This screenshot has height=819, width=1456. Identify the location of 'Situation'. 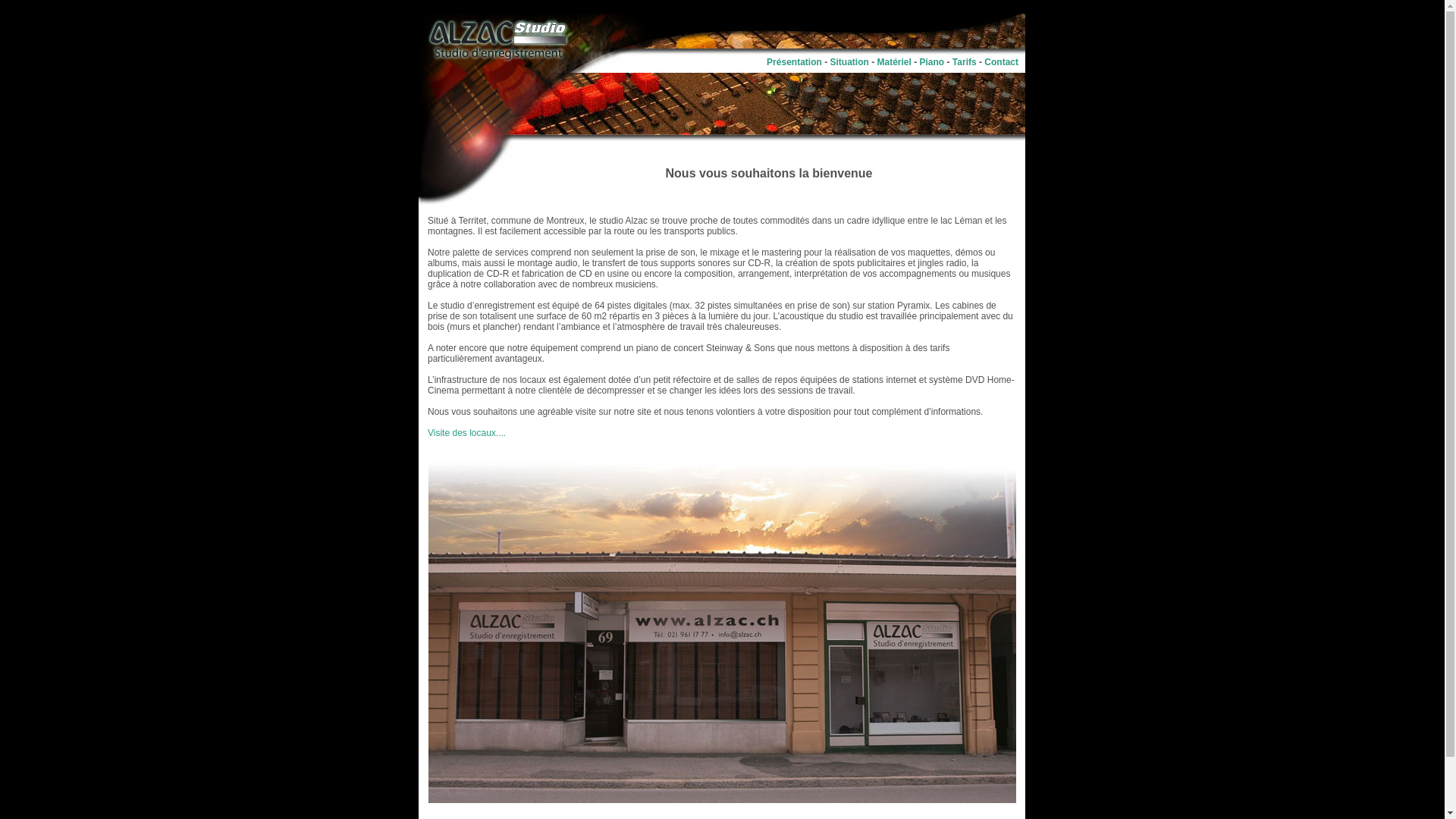
(829, 61).